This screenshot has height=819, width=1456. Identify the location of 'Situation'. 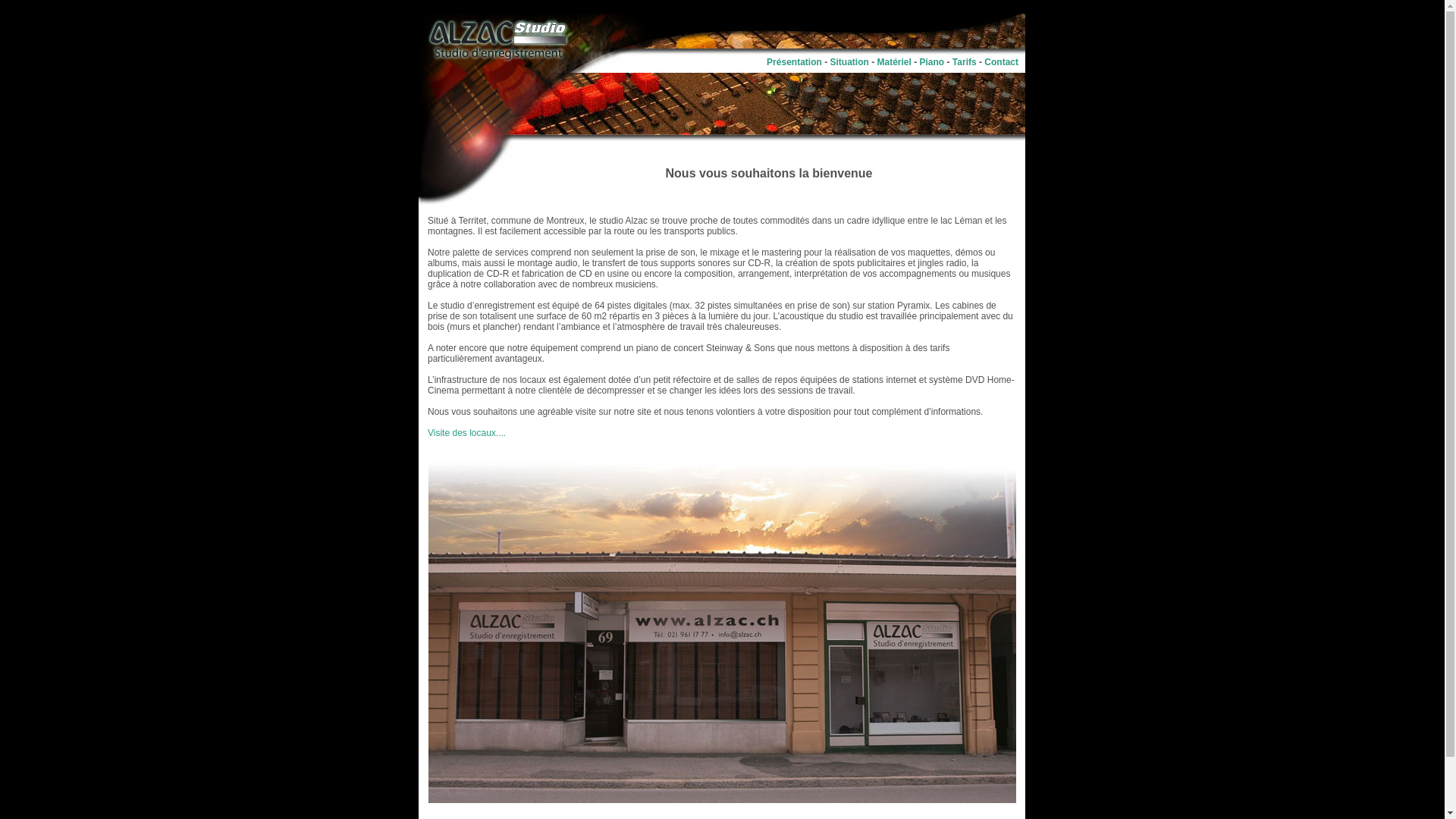
(829, 61).